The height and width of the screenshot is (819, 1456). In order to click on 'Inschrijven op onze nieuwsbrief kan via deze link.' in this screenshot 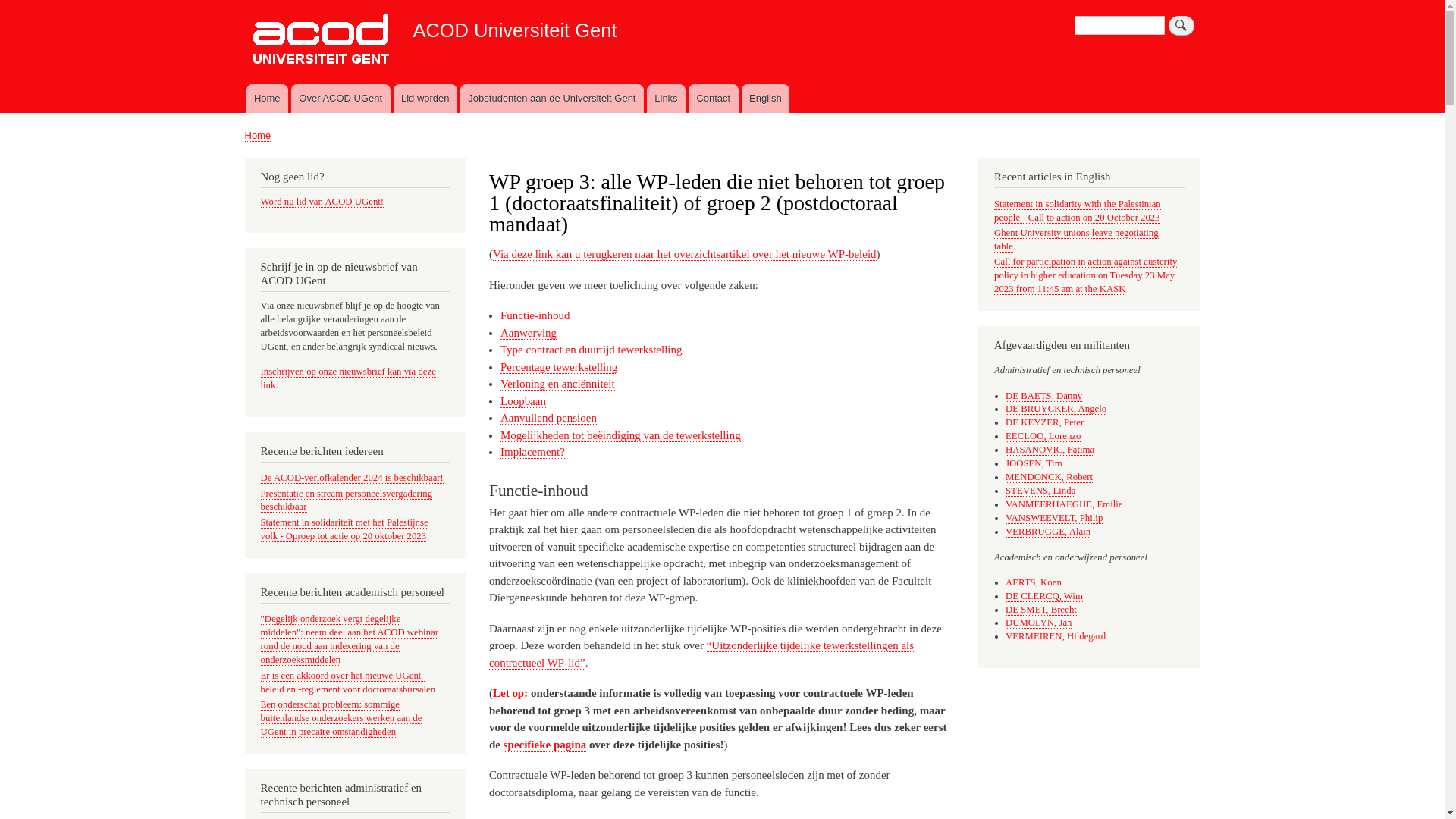, I will do `click(261, 378)`.